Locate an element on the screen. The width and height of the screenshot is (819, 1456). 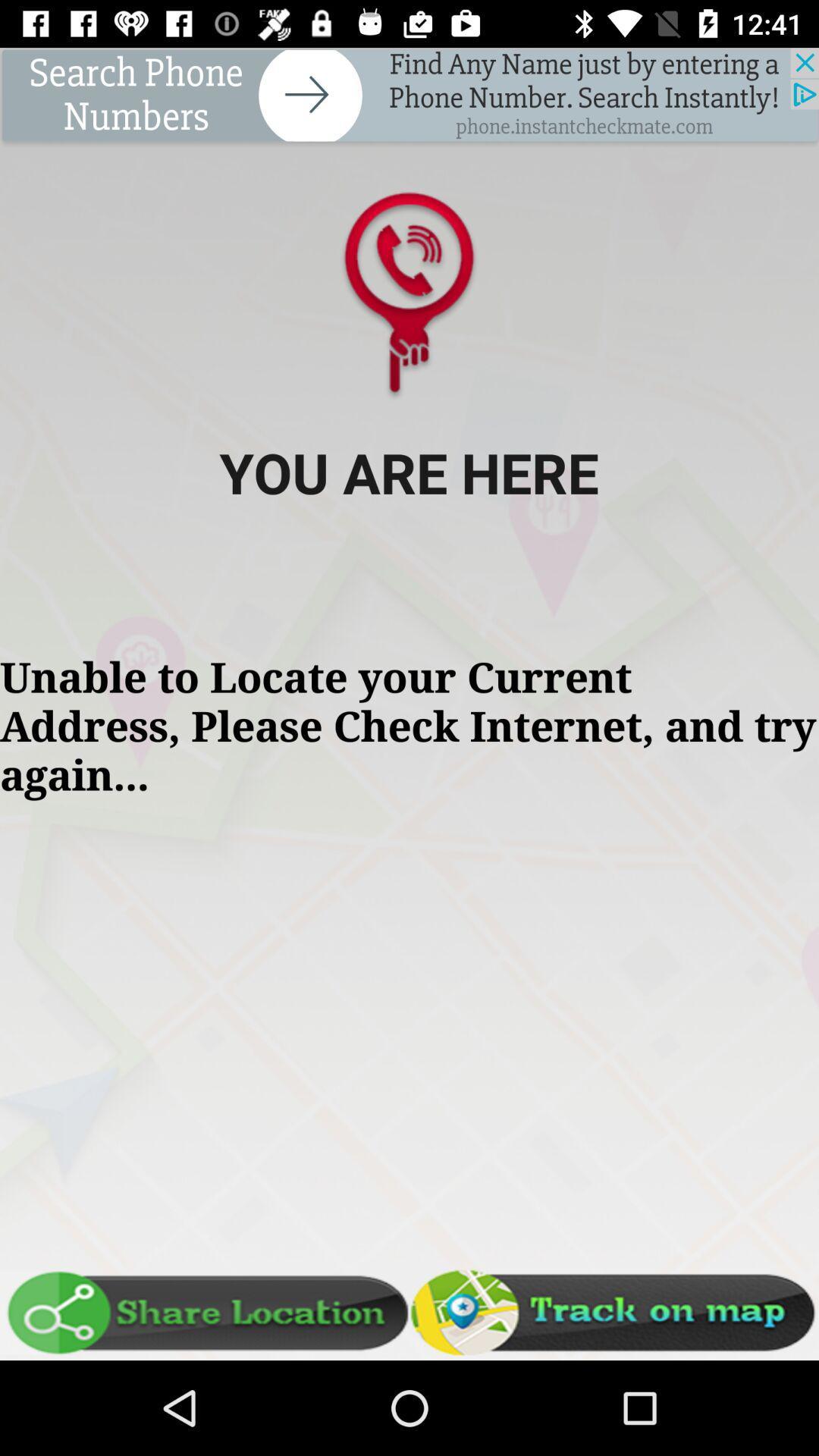
banner advertisement is located at coordinates (409, 96).